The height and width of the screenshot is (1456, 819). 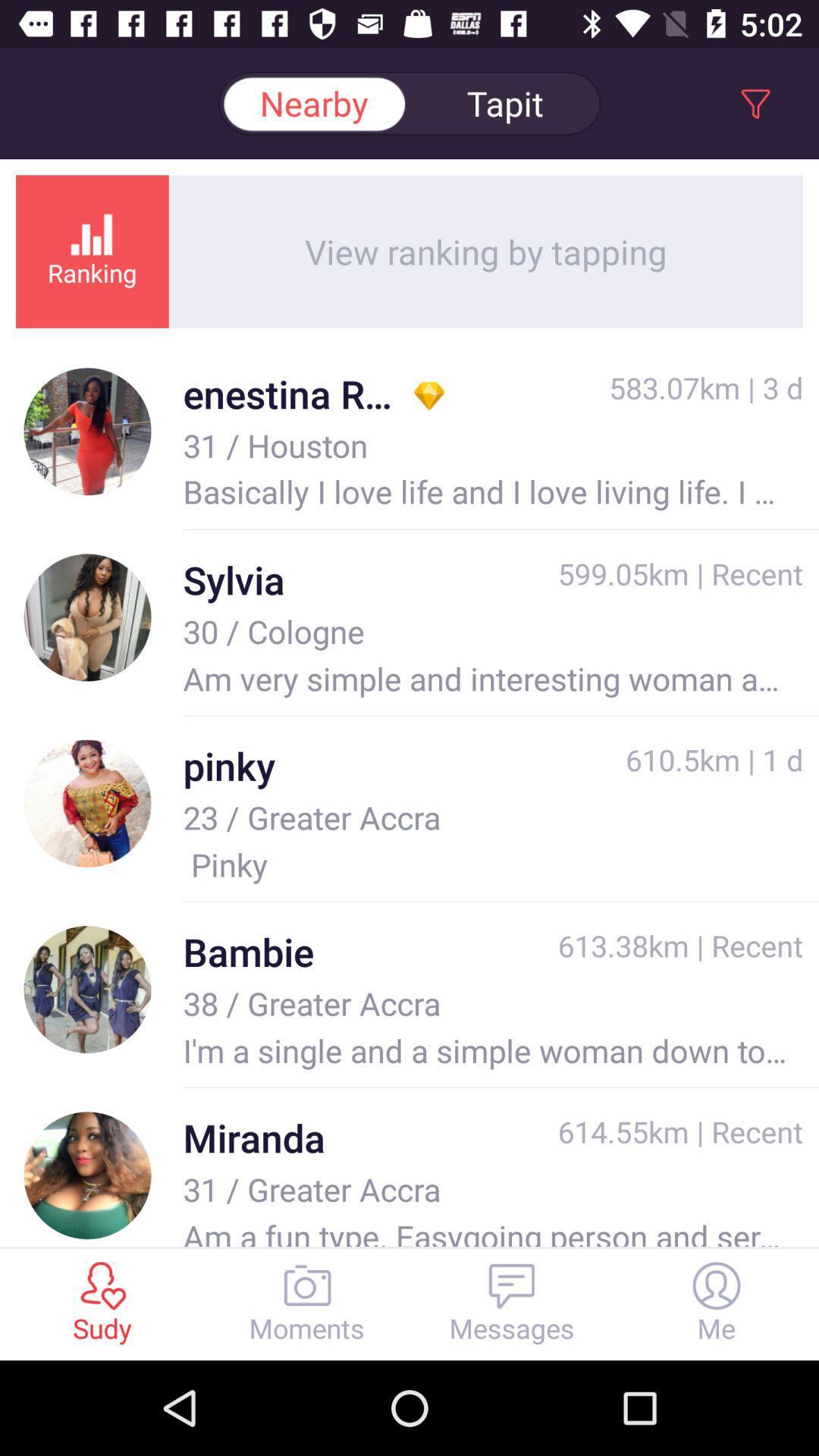 I want to click on icon above the view ranking by icon, so click(x=312, y=102).